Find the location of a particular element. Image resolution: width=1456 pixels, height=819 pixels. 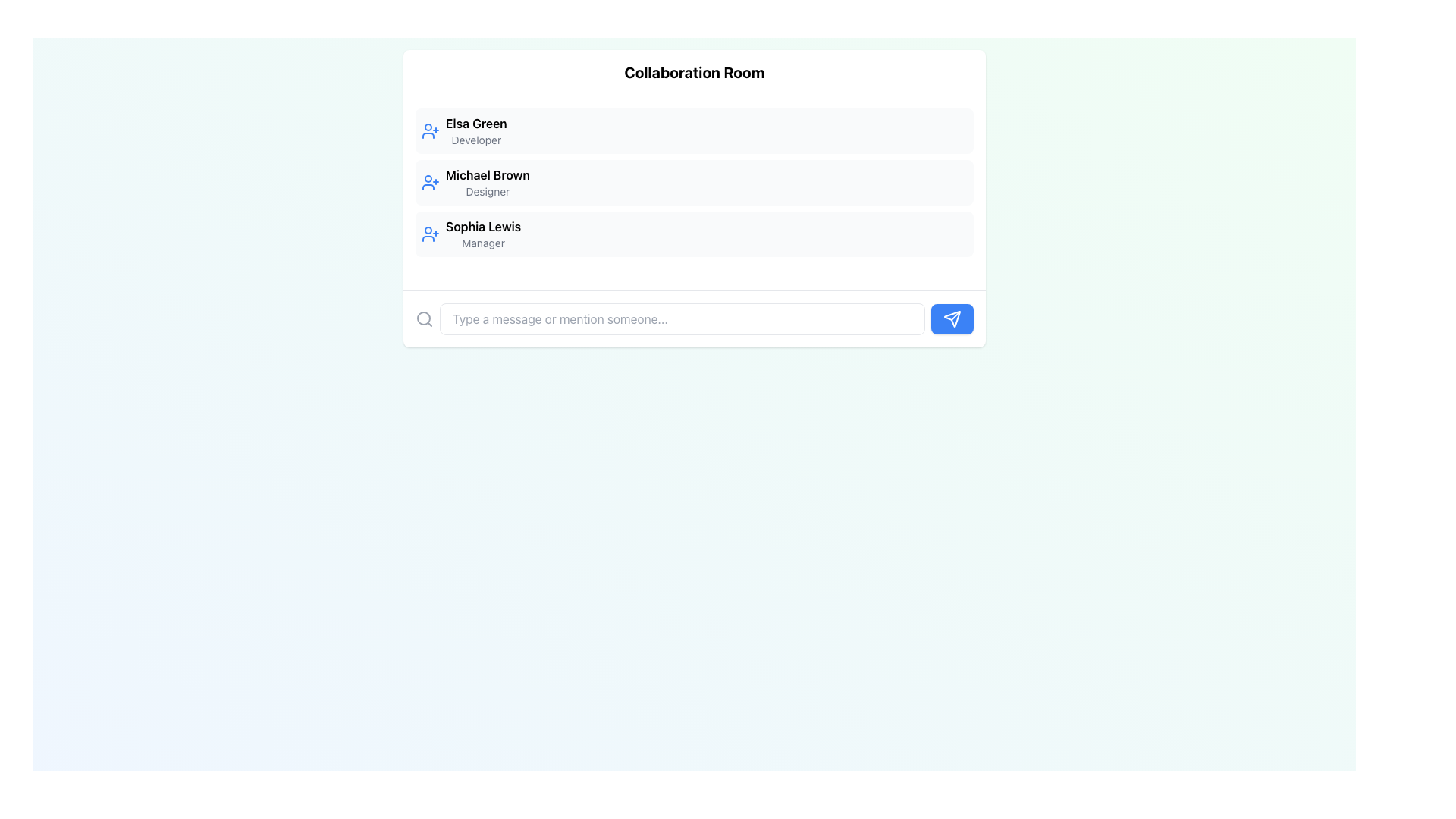

the icon-styled button located to the far left of the list item for 'Sophia Lewis' under the 'Collaboration Room' section is located at coordinates (429, 234).